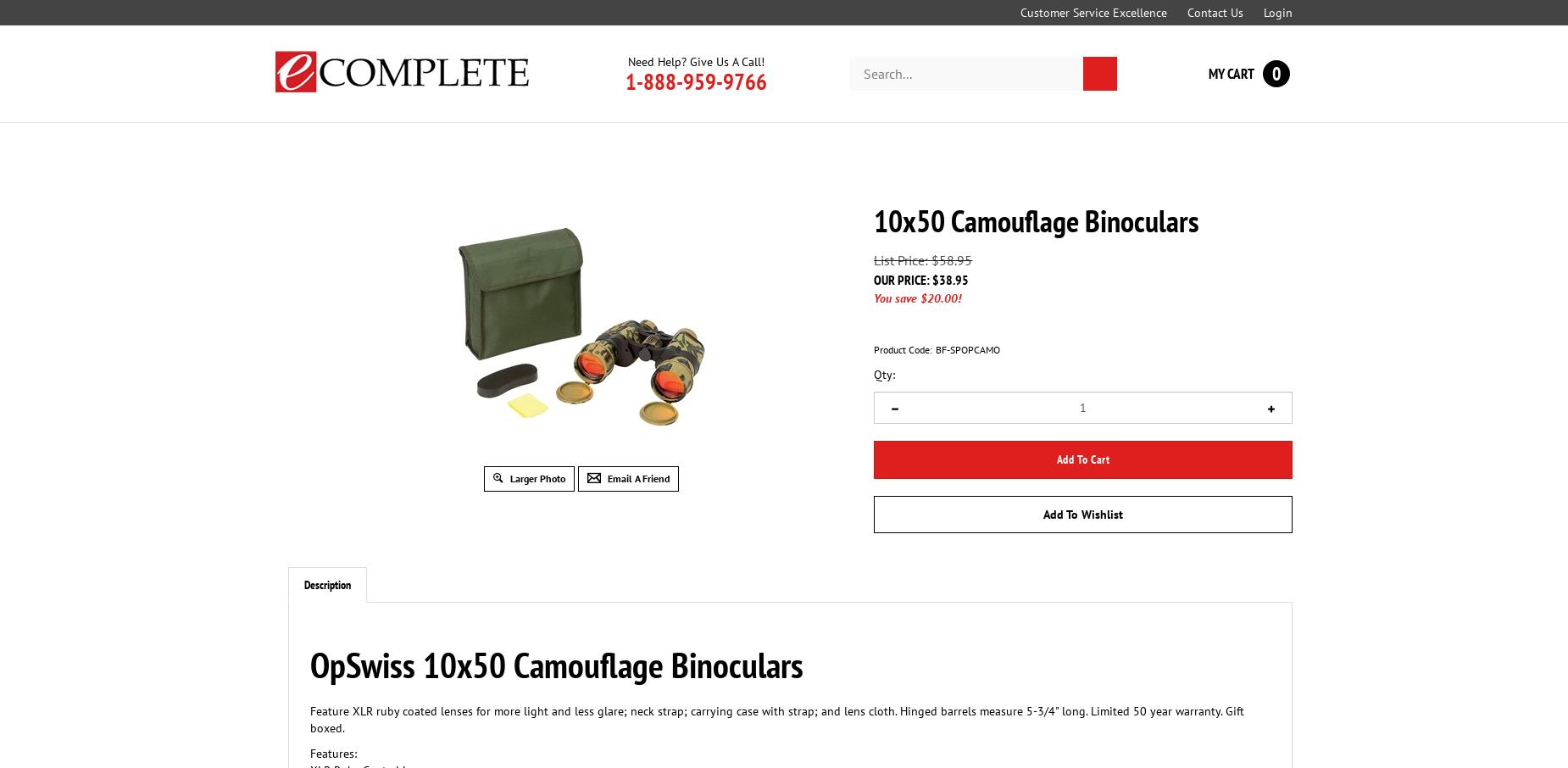 Image resolution: width=1568 pixels, height=768 pixels. I want to click on '1-888-959-9766', so click(696, 81).